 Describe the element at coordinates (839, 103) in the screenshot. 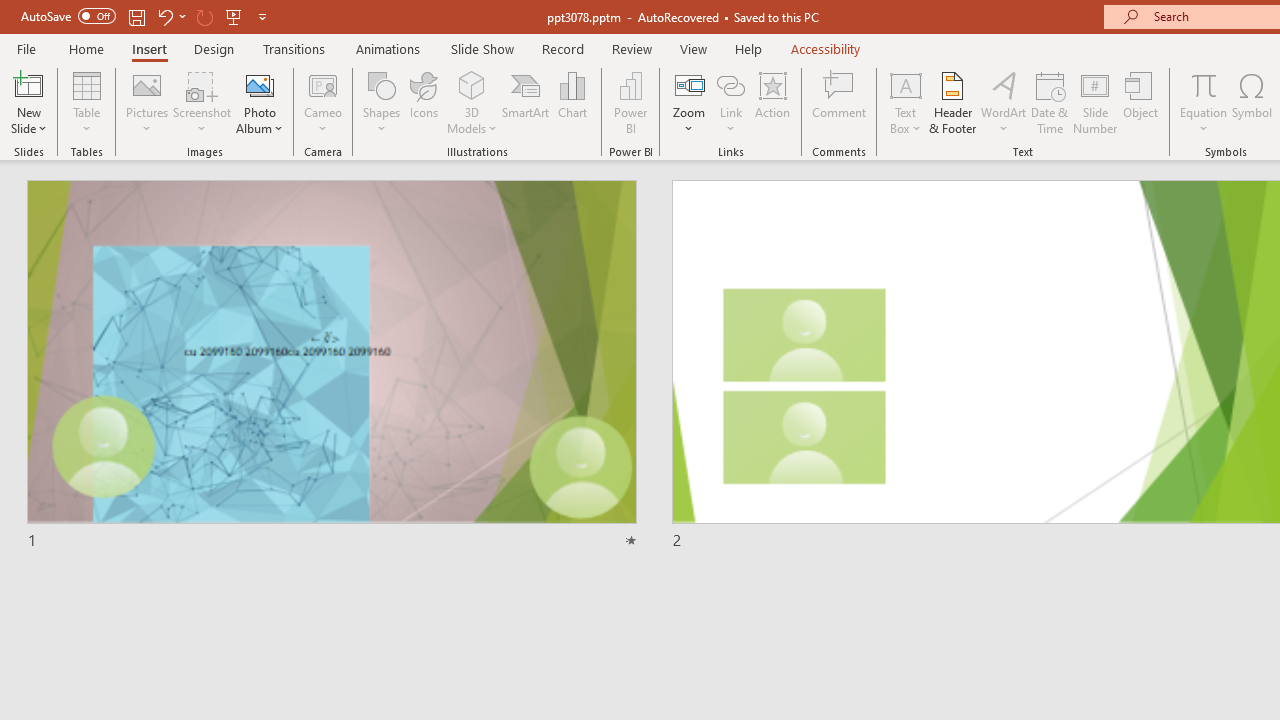

I see `'Comment'` at that location.